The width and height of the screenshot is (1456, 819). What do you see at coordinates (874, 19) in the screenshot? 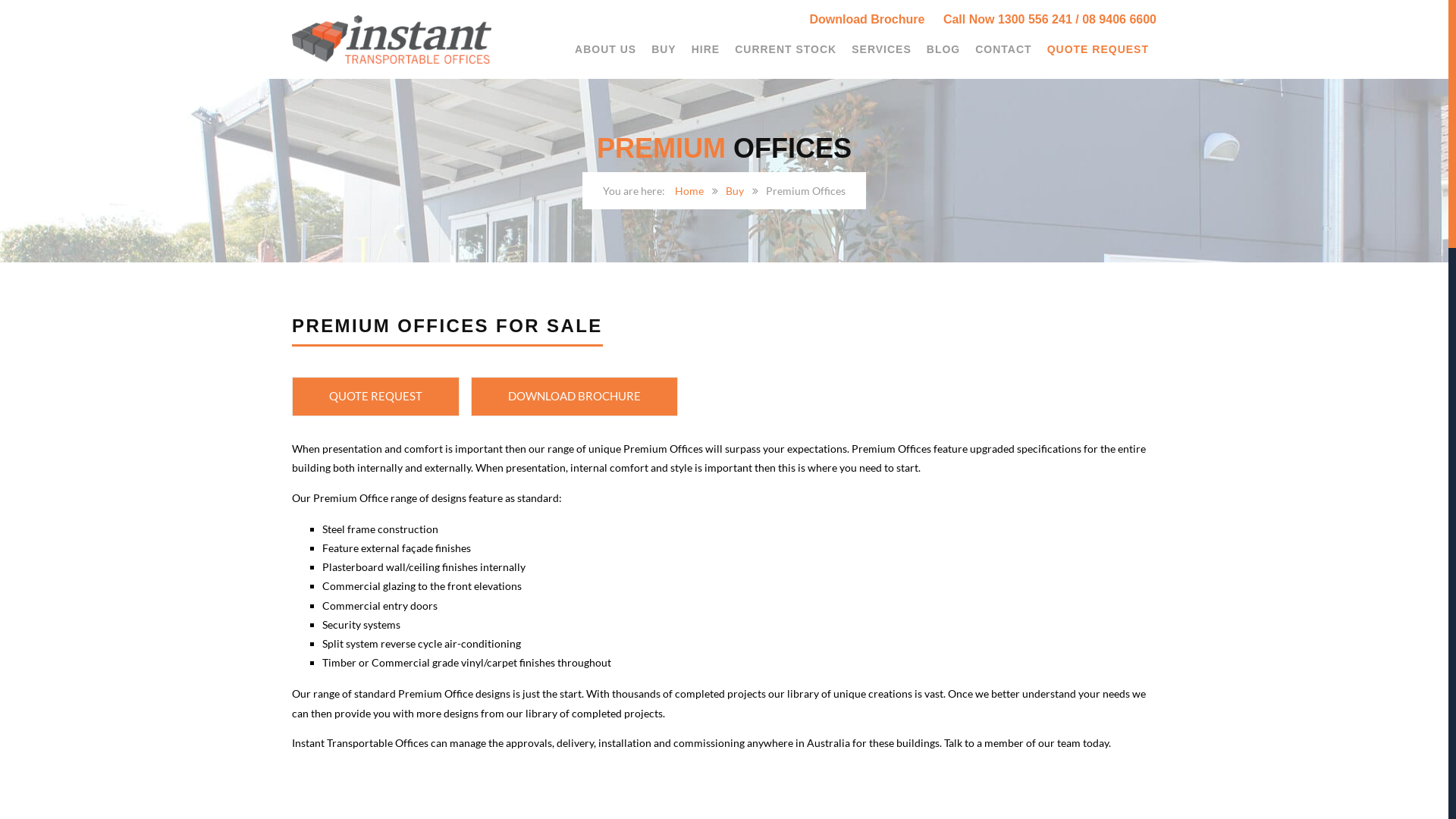
I see `'Download Brochure'` at bounding box center [874, 19].